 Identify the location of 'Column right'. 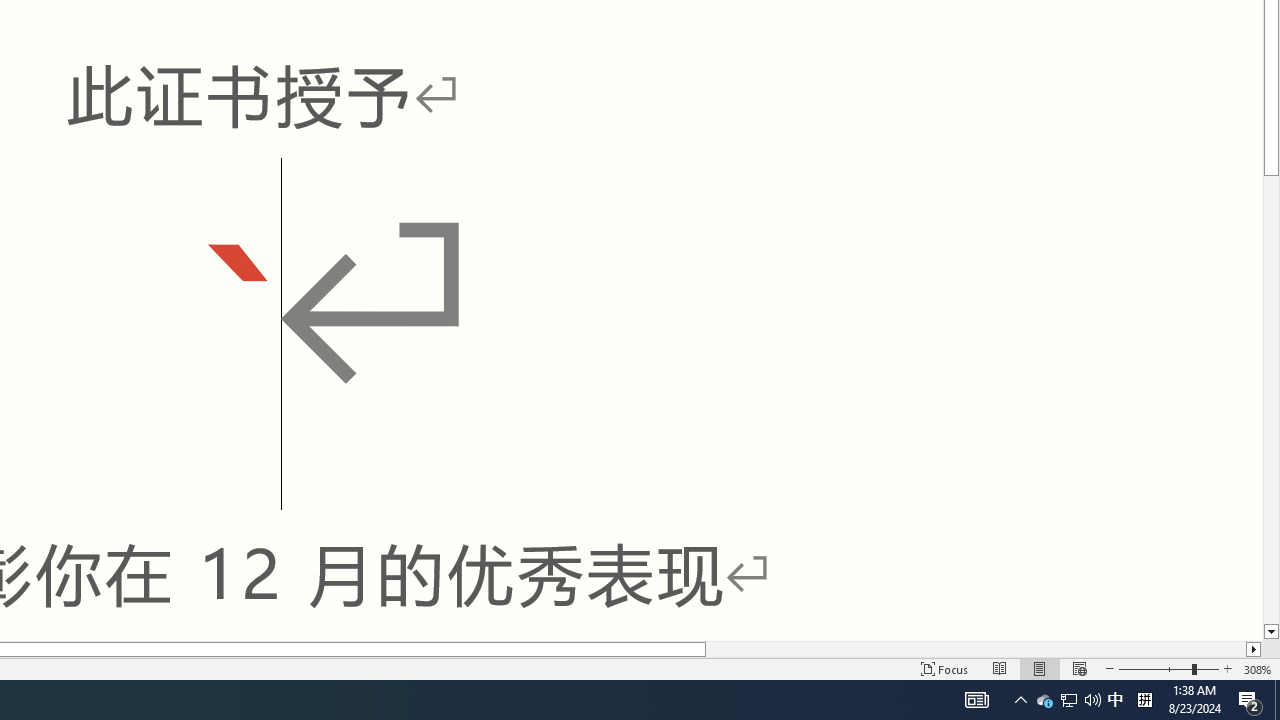
(1253, 649).